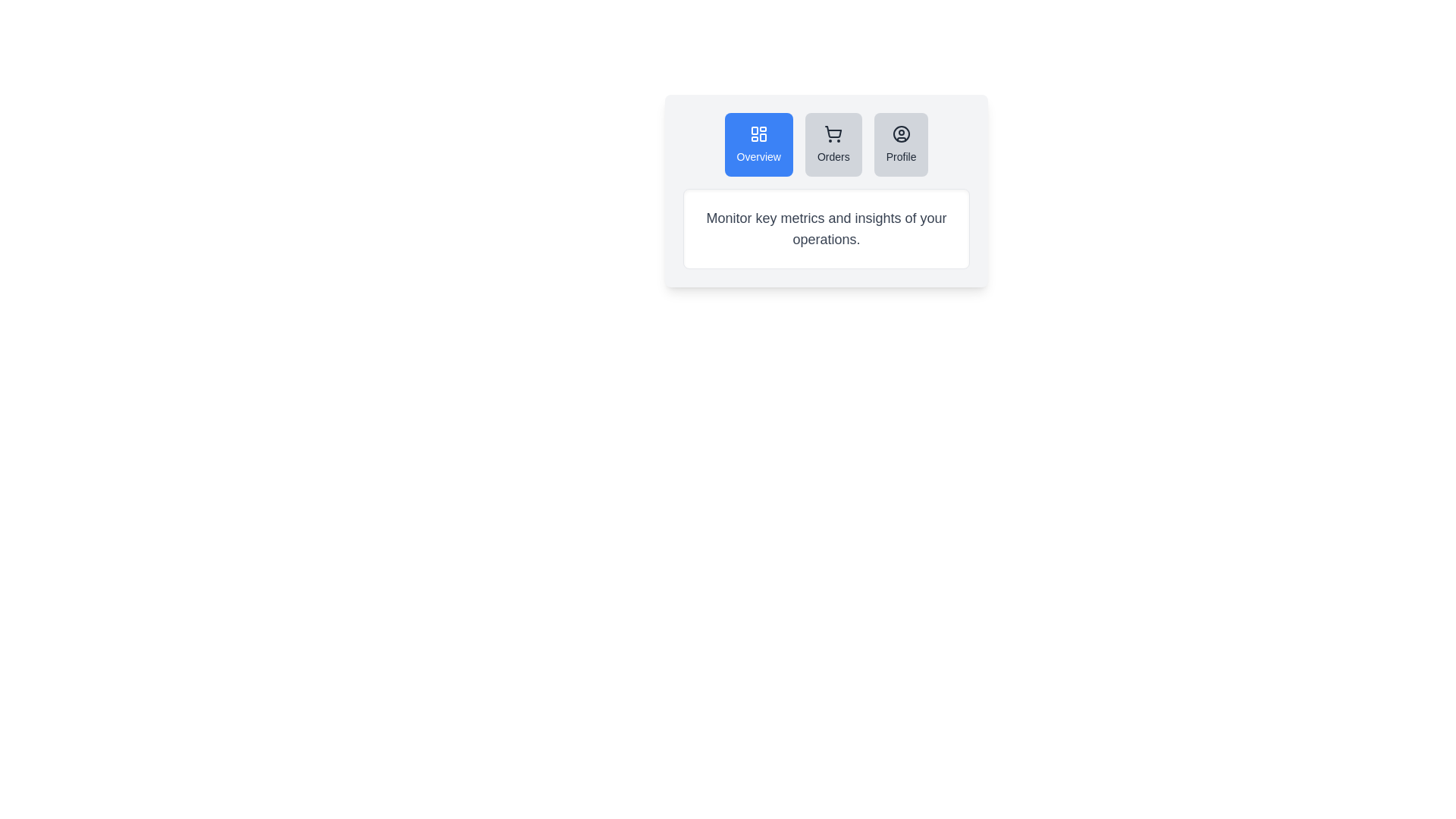  I want to click on the text content of the active tab, so click(825, 228).